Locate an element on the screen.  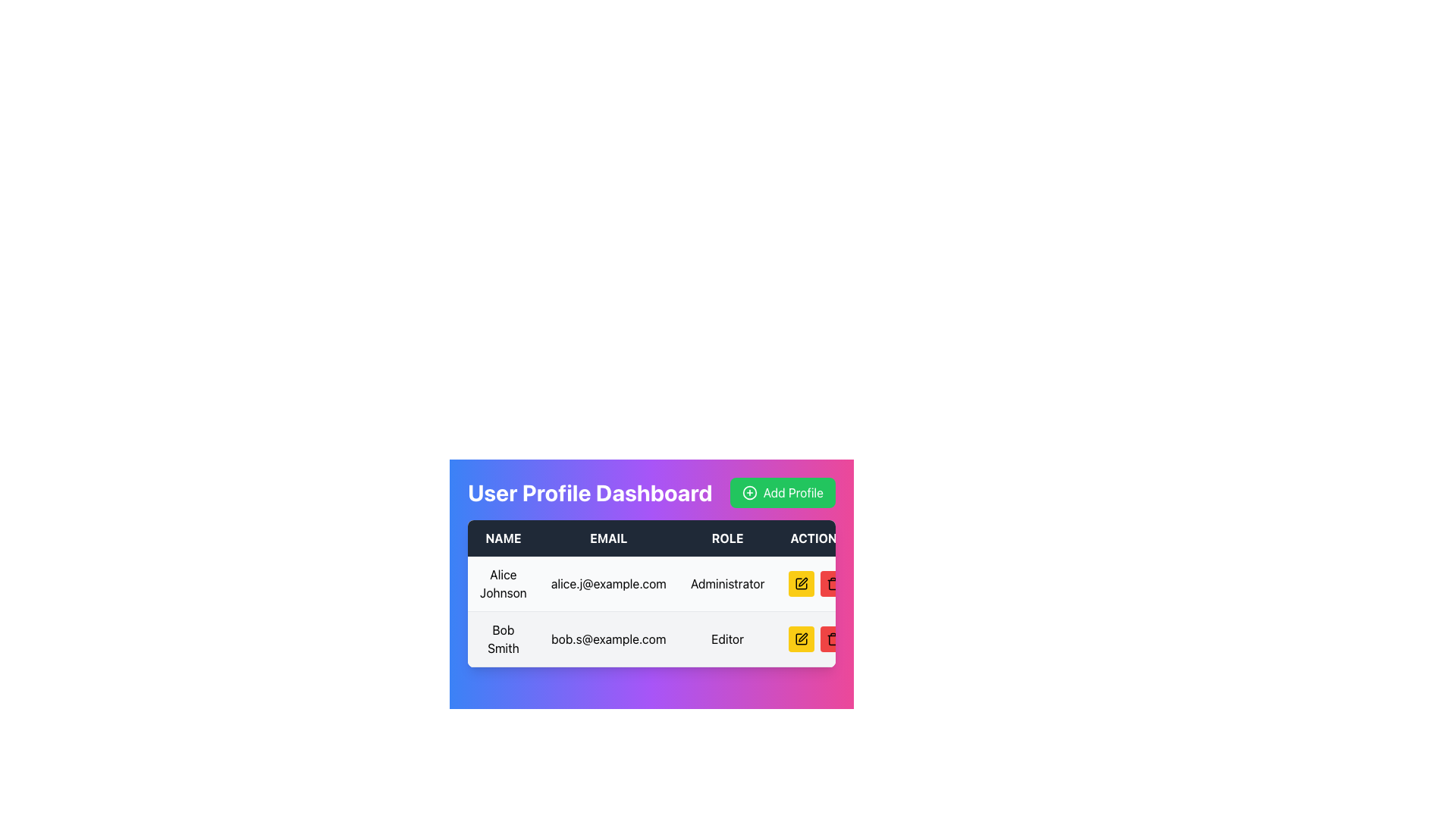
the edit icon for user profile 'Bob Smith', which is located in the action column of the second row in the user profile table, represented by a pencil icon inside a yellow square is located at coordinates (802, 581).